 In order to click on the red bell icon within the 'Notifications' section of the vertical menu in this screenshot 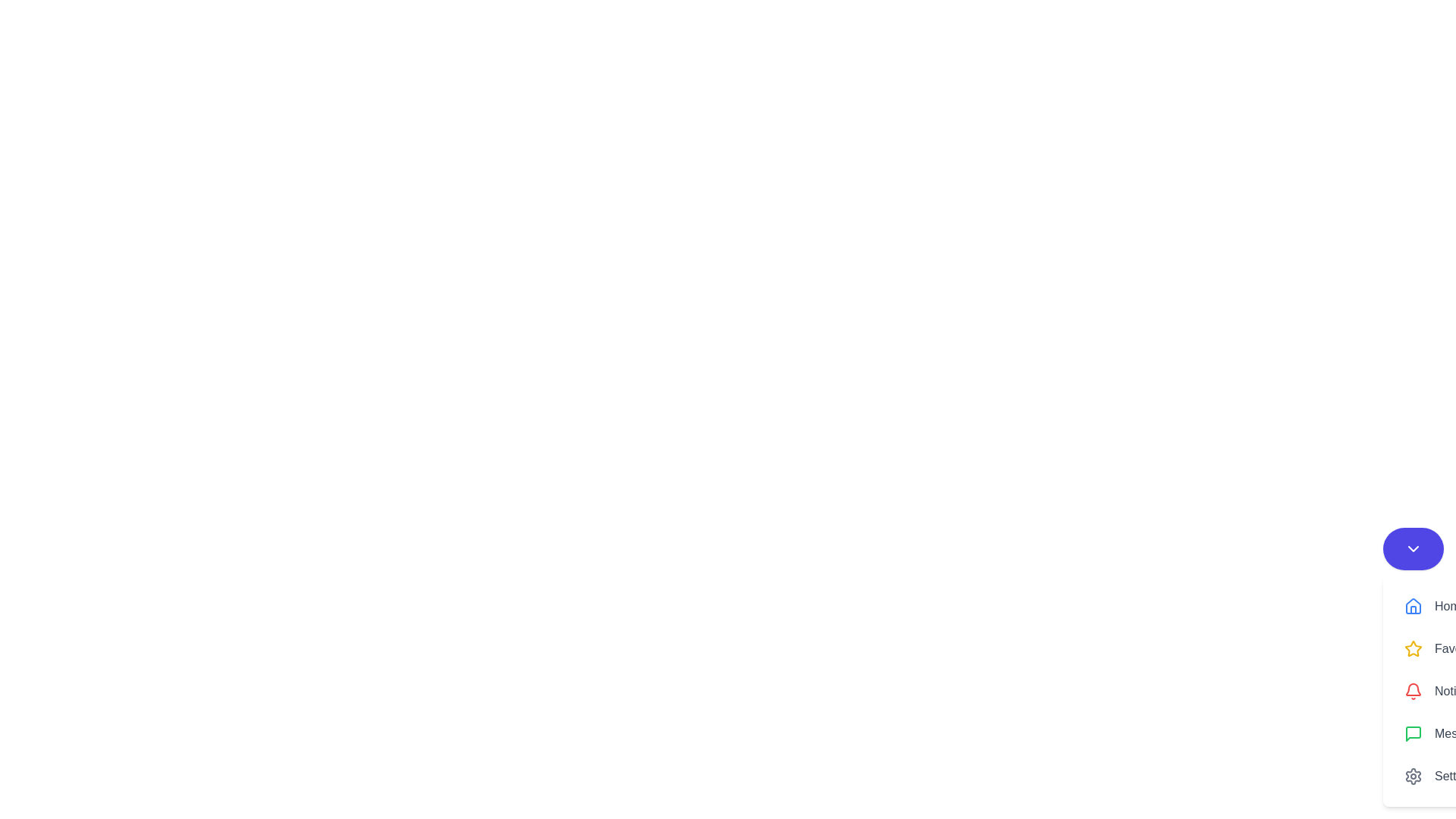, I will do `click(1412, 691)`.